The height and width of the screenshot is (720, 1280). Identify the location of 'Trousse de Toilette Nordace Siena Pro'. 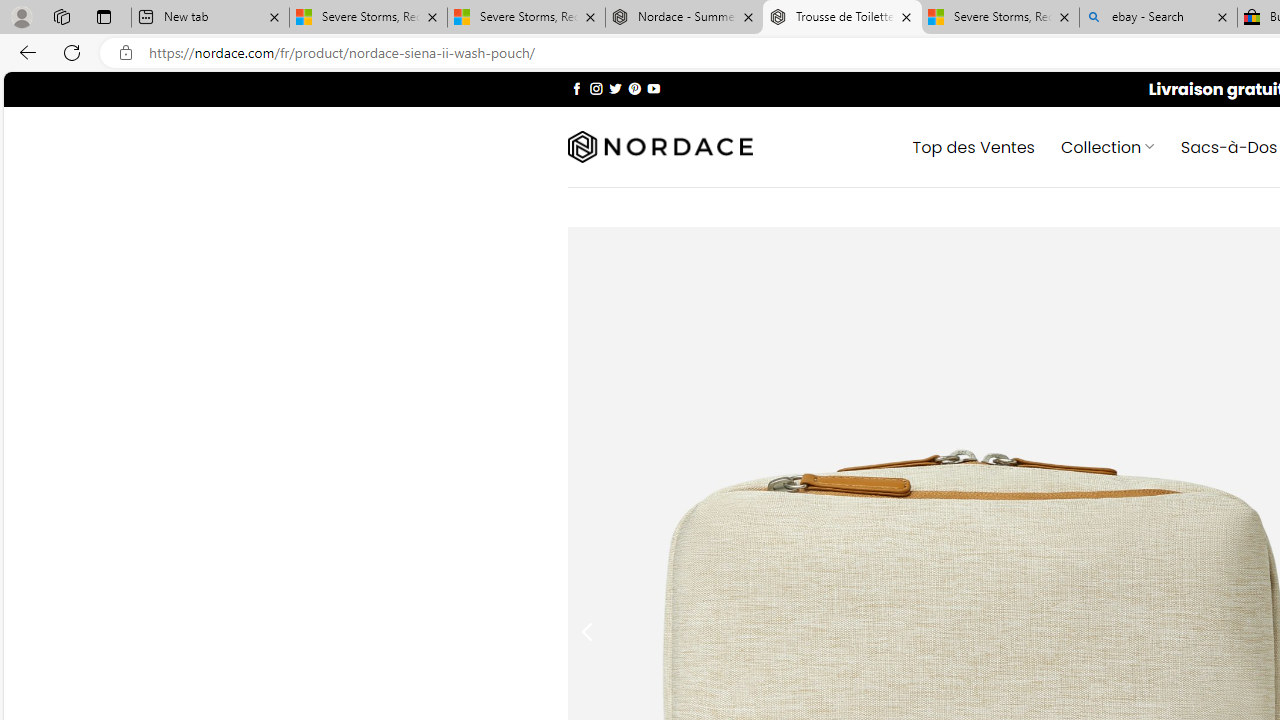
(842, 17).